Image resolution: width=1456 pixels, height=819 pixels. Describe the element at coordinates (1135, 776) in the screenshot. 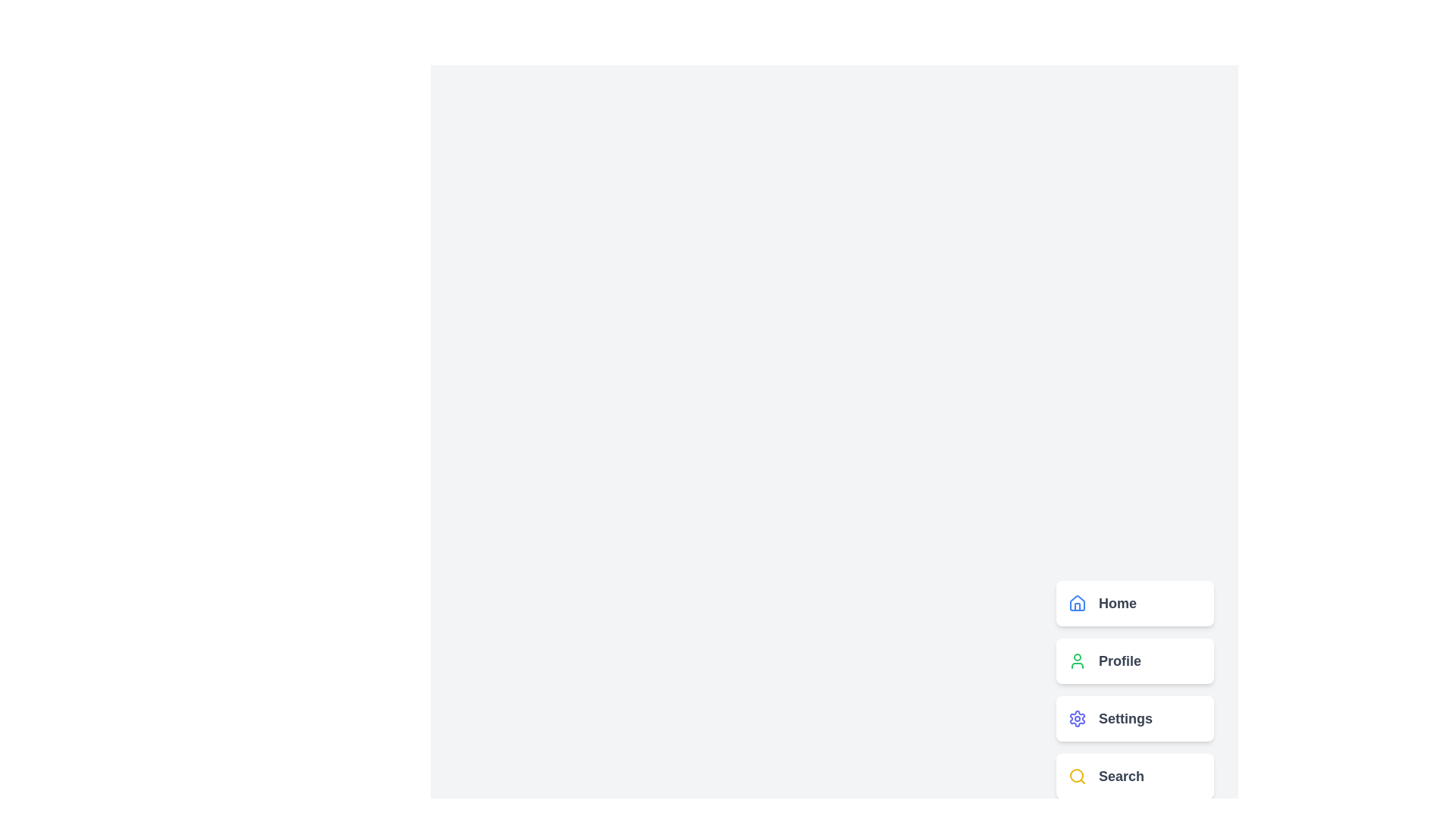

I see `the 'Search' menu option to activate it` at that location.